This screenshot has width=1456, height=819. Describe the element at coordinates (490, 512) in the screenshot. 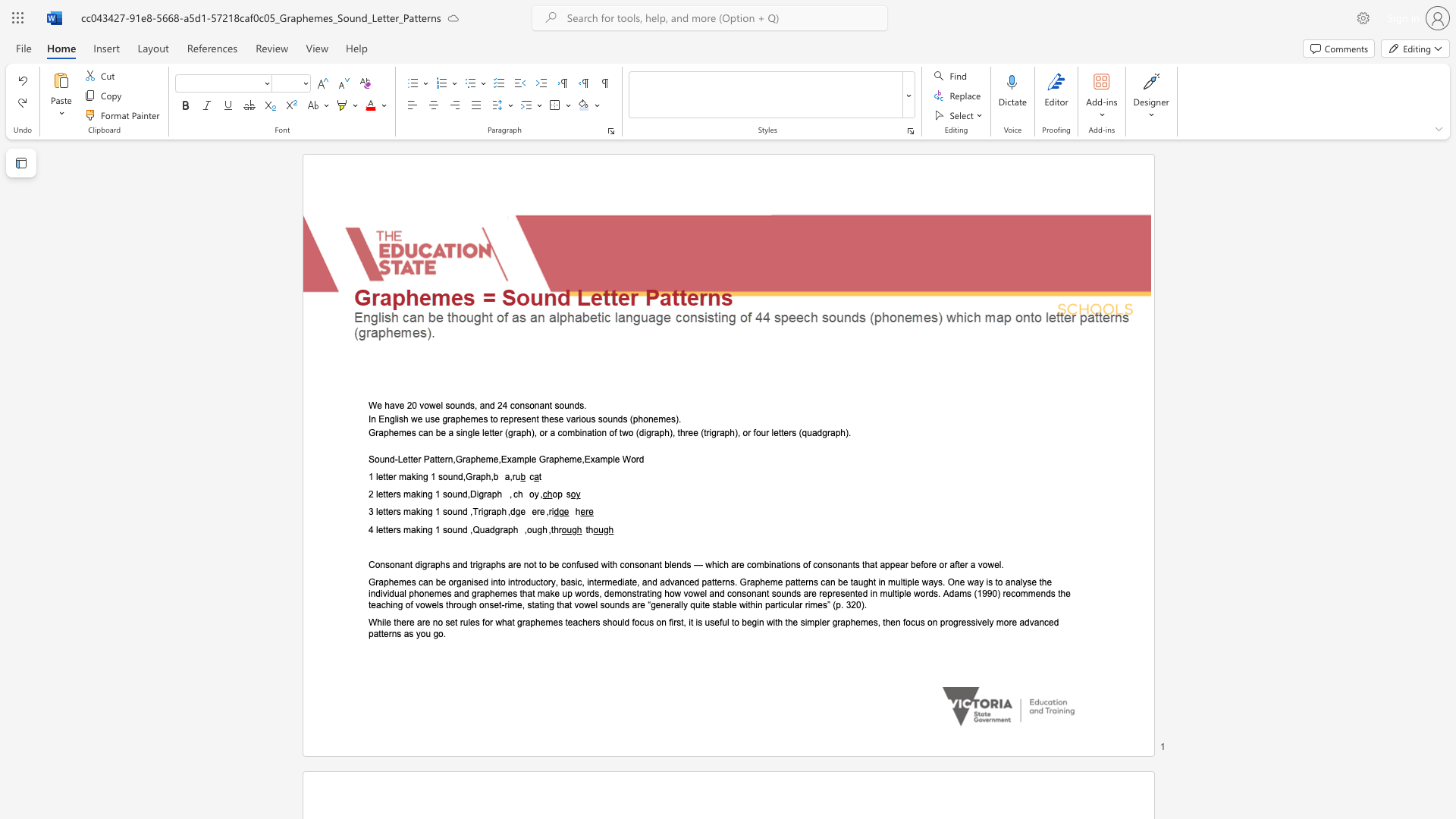

I see `the 3th character "r" in the text` at that location.